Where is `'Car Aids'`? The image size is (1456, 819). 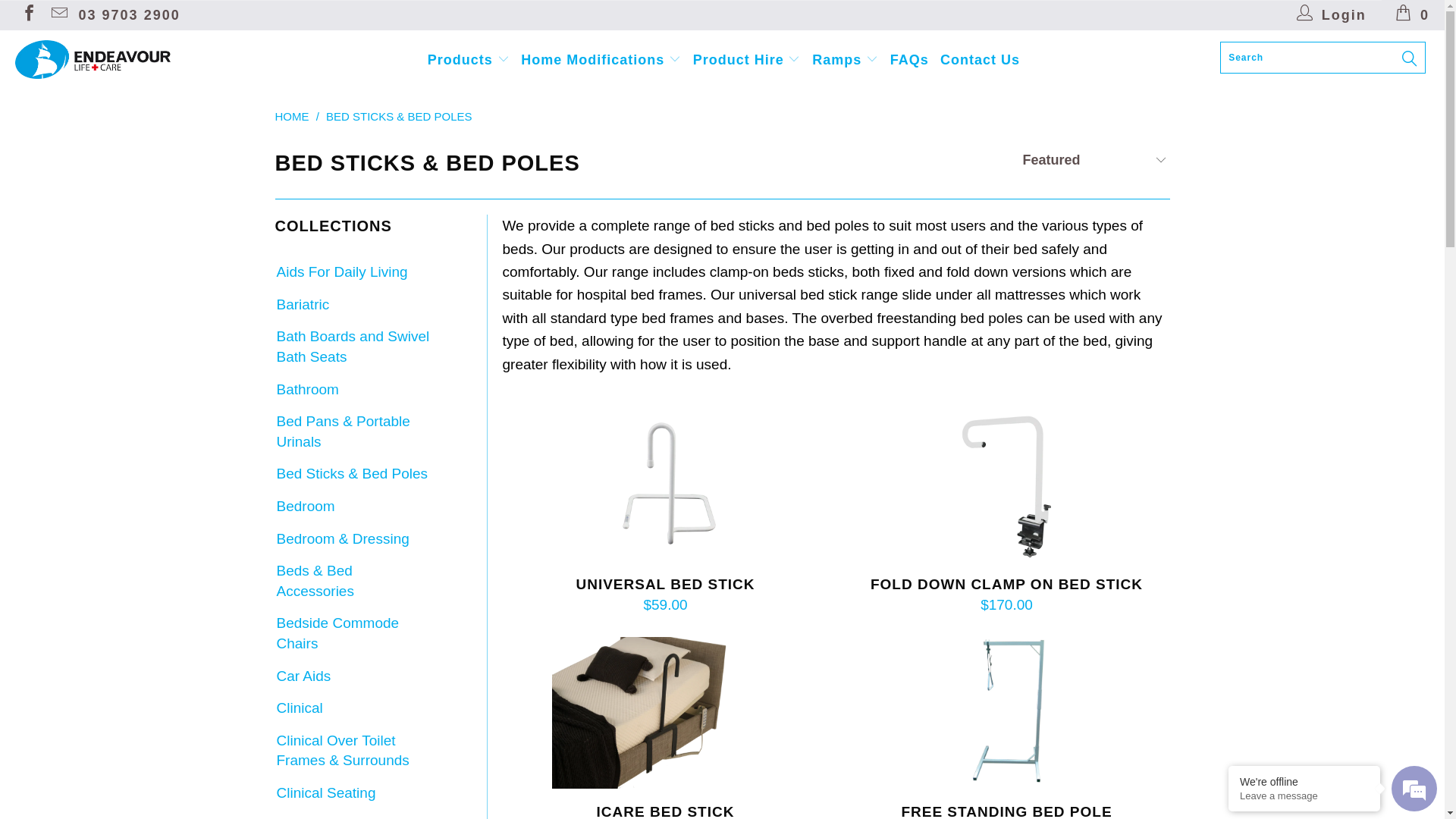 'Car Aids' is located at coordinates (274, 676).